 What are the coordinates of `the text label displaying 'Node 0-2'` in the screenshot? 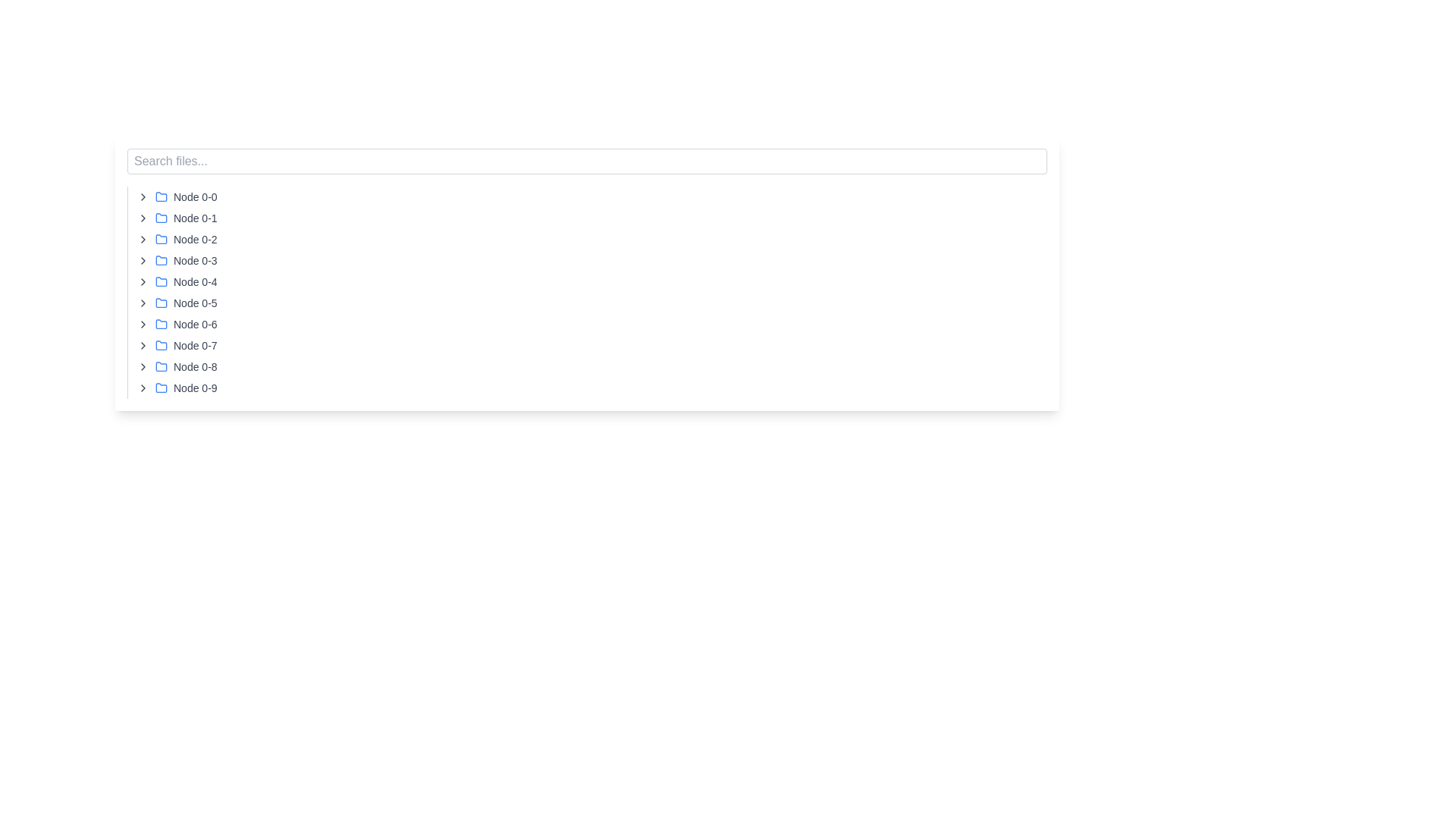 It's located at (194, 239).